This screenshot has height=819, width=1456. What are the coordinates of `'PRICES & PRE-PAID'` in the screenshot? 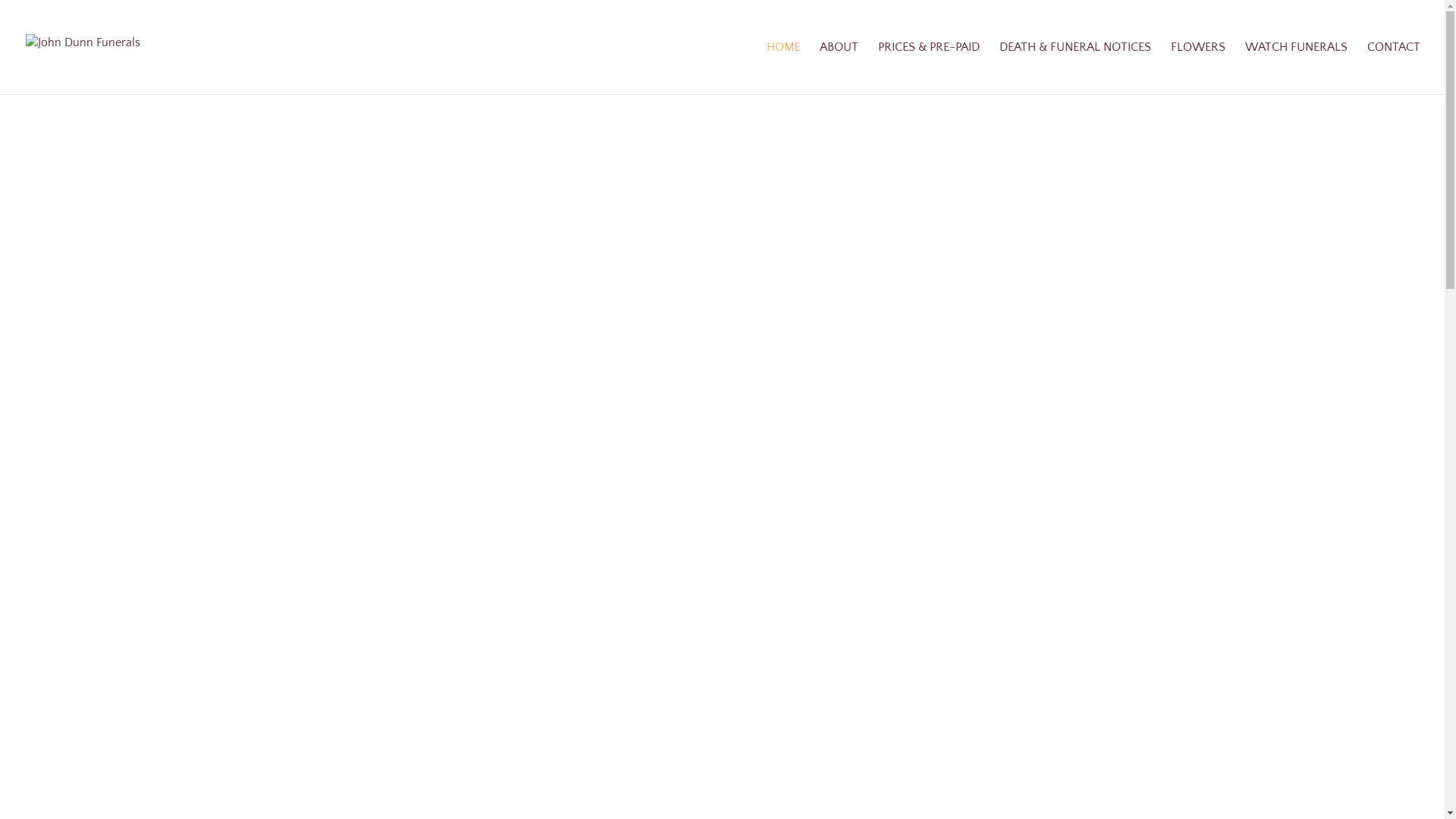 It's located at (927, 67).